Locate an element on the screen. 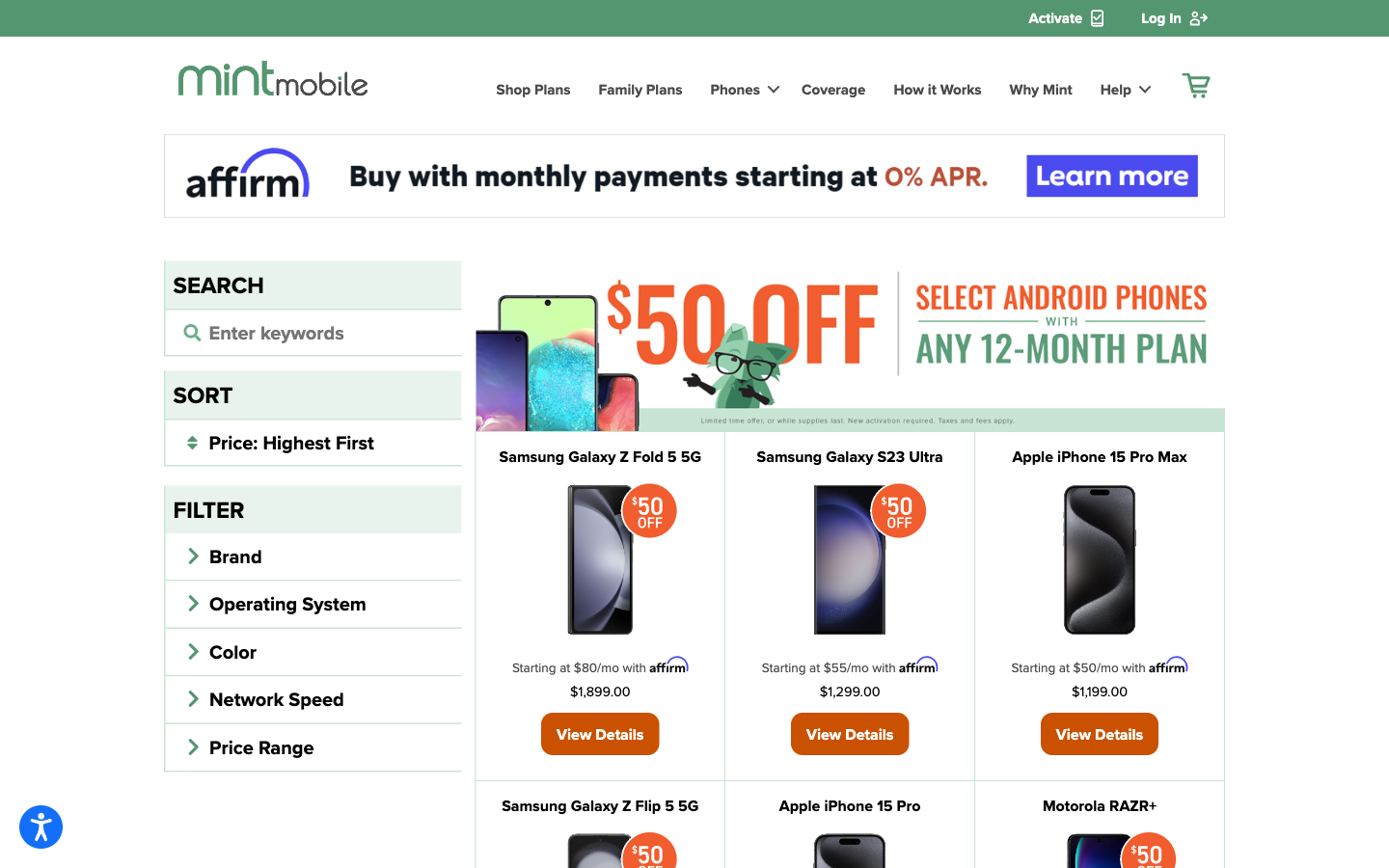 Image resolution: width=1389 pixels, height=868 pixels. the features of Apple iPhone 15 Pro Max phone is located at coordinates (1099, 731).